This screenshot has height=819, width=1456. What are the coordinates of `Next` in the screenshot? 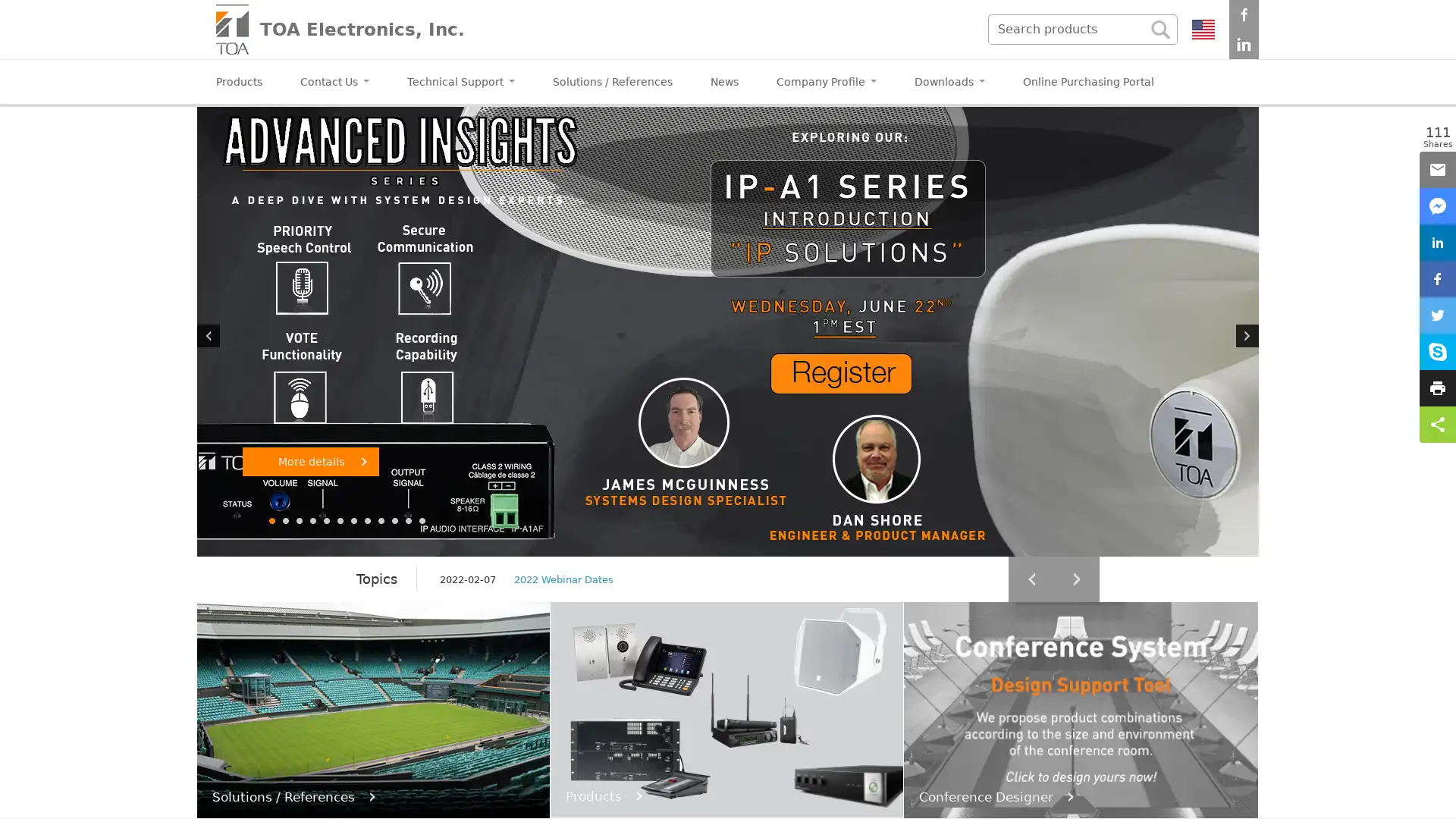 It's located at (1076, 579).